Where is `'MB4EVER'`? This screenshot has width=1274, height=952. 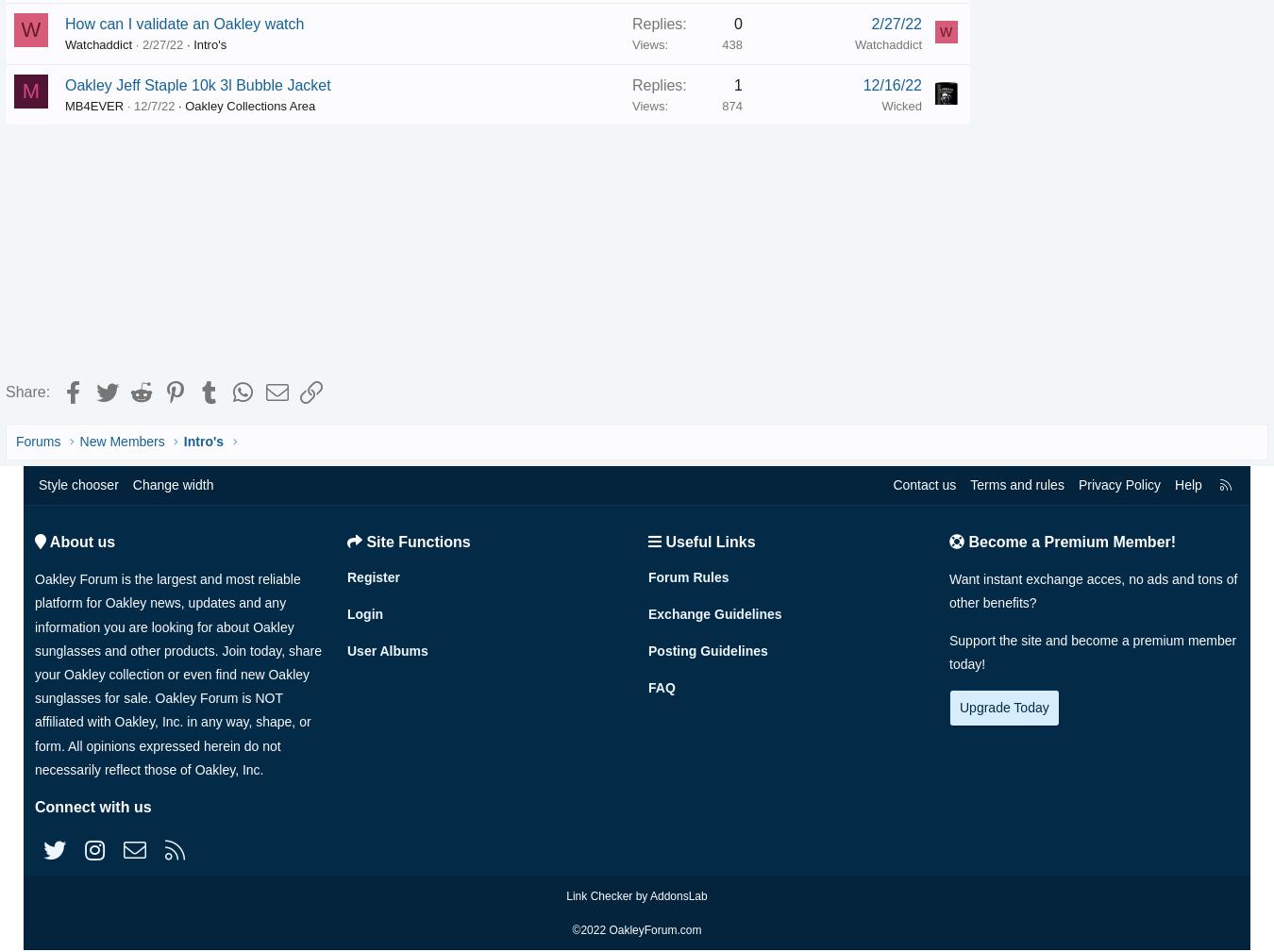 'MB4EVER' is located at coordinates (122, 104).